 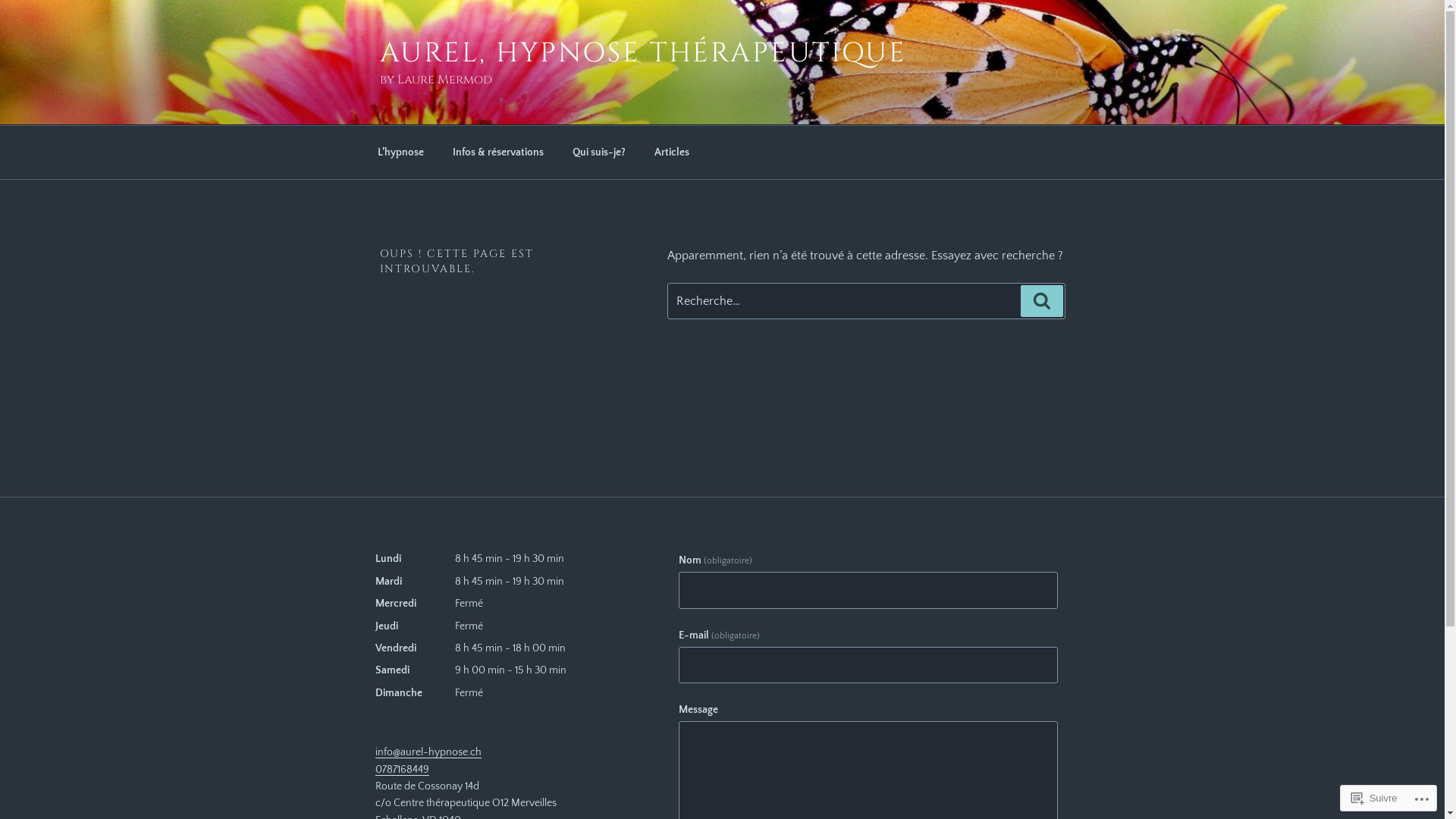 What do you see at coordinates (598, 152) in the screenshot?
I see `'Qui suis-je?'` at bounding box center [598, 152].